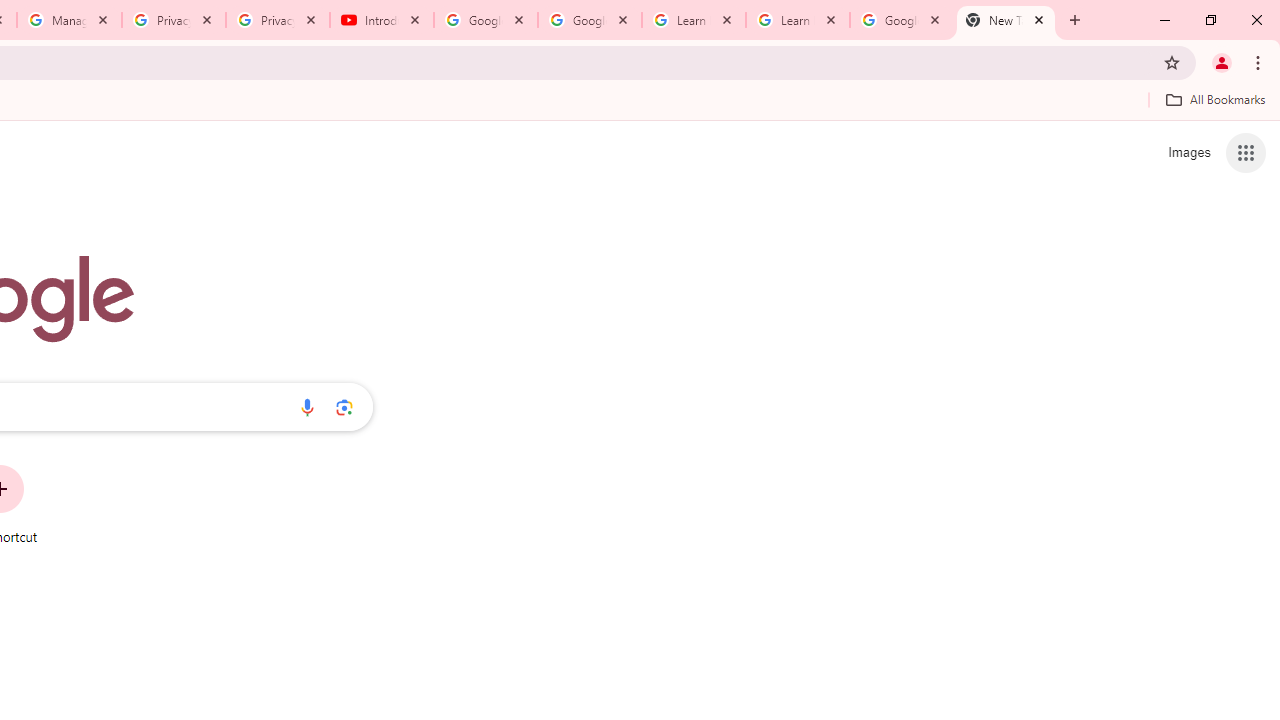 This screenshot has width=1280, height=720. I want to click on 'Search for Images ', so click(1189, 152).